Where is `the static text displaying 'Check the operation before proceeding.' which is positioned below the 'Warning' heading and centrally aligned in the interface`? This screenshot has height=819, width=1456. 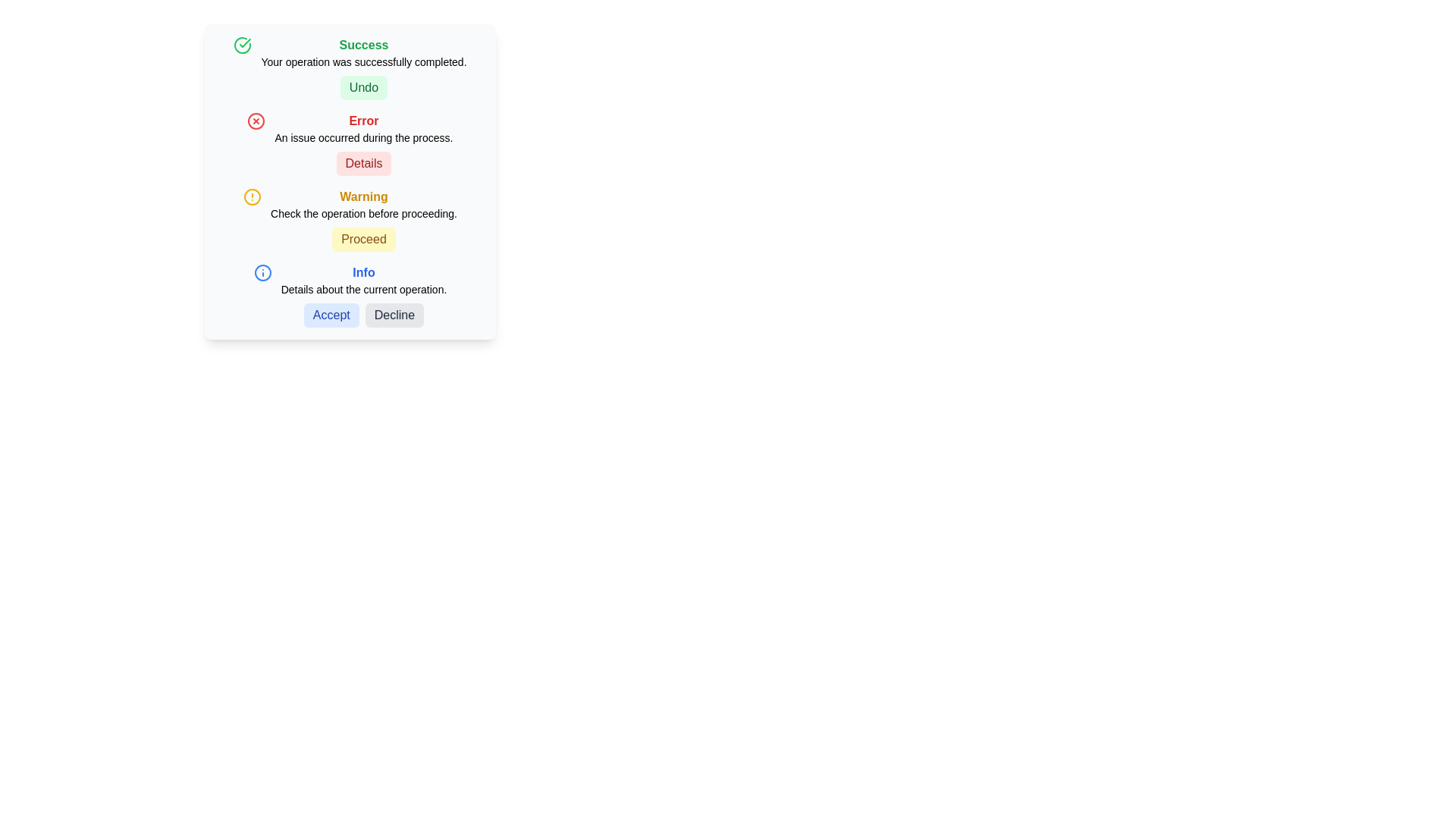
the static text displaying 'Check the operation before proceeding.' which is positioned below the 'Warning' heading and centrally aligned in the interface is located at coordinates (364, 213).